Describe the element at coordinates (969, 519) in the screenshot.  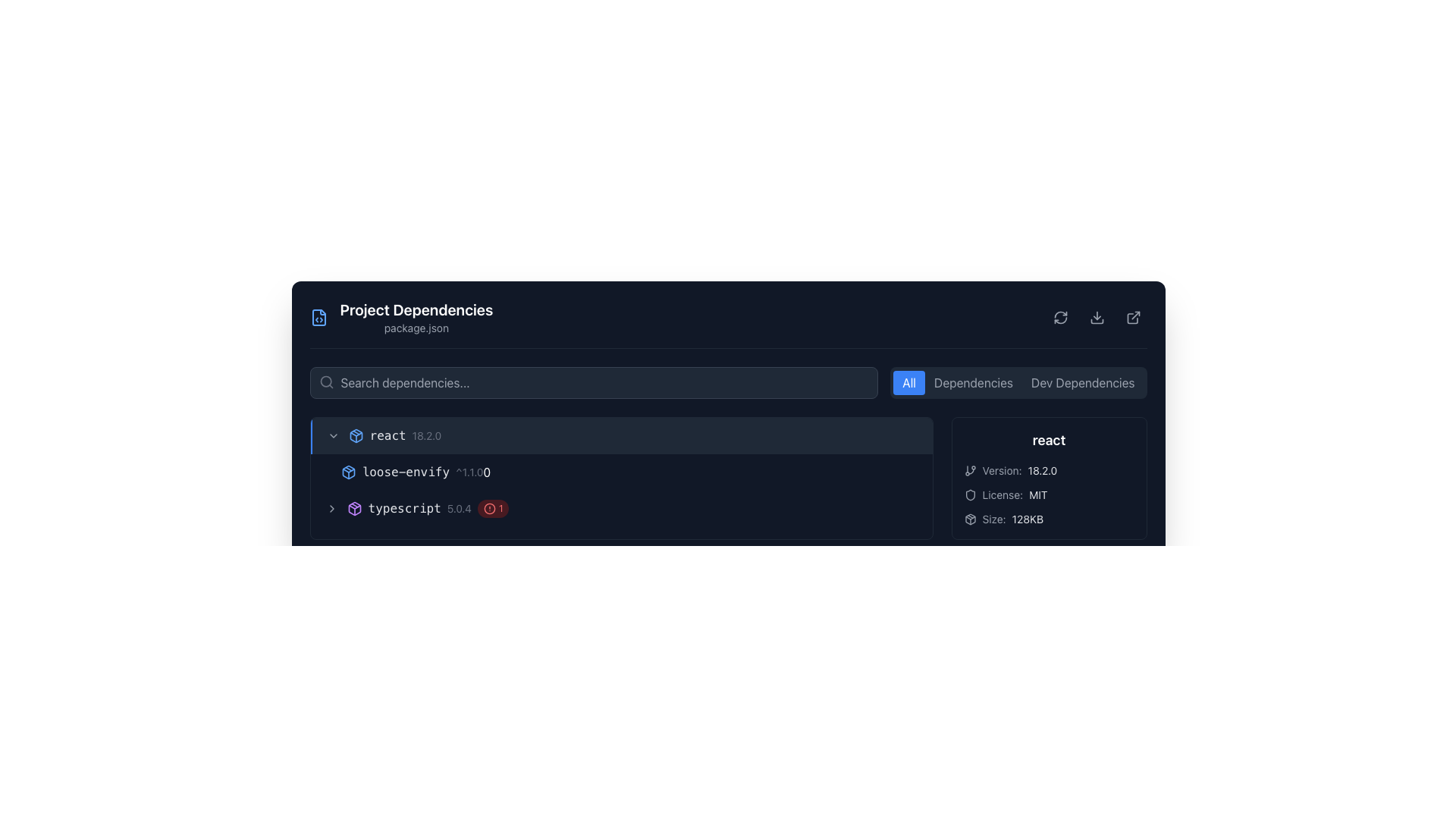
I see `the visual representation of the icon indicating the size of a file, which is located at the beginning of the information block displaying 'Size: 128KB'` at that location.